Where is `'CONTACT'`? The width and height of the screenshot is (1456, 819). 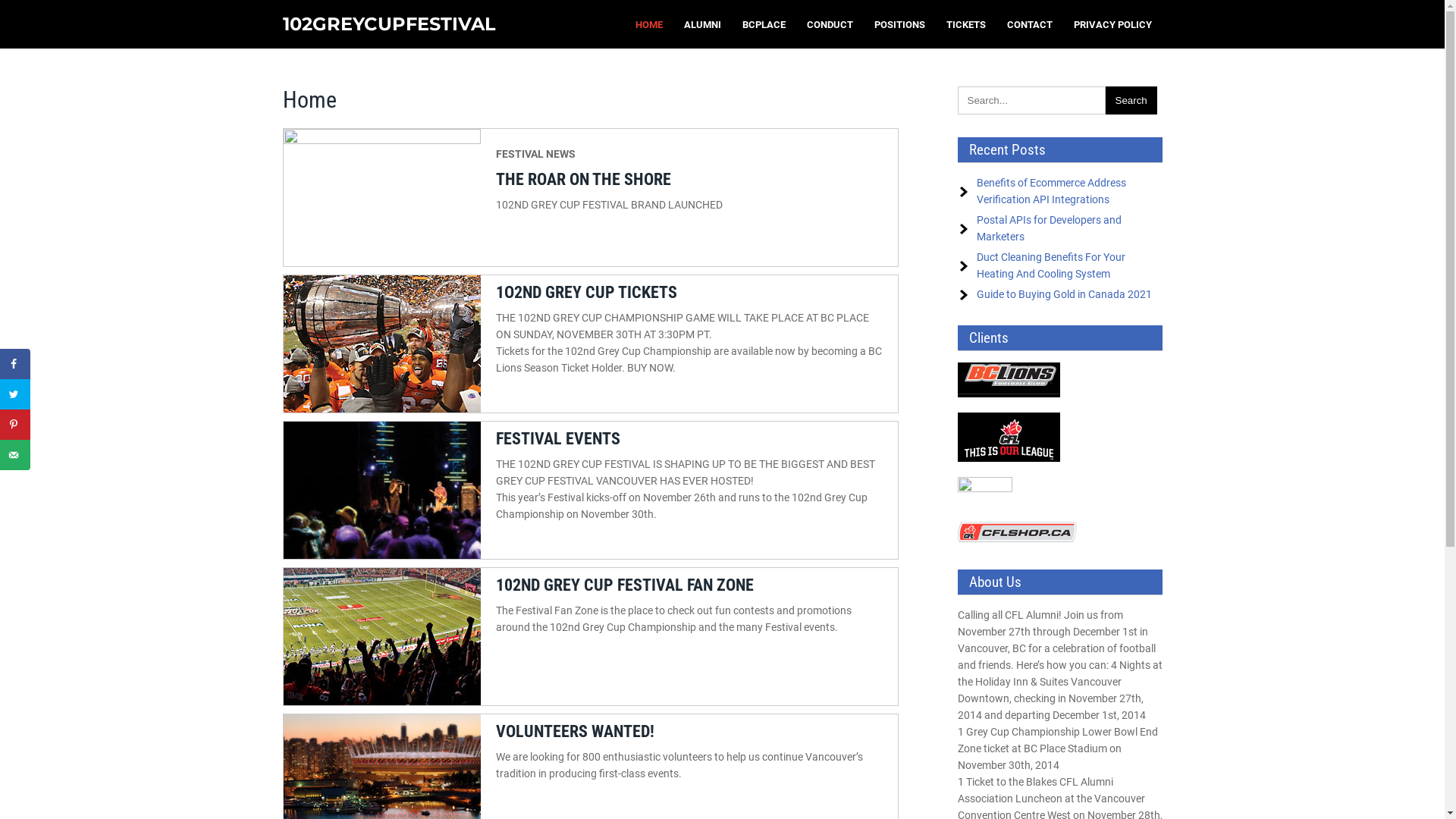 'CONTACT' is located at coordinates (1030, 24).